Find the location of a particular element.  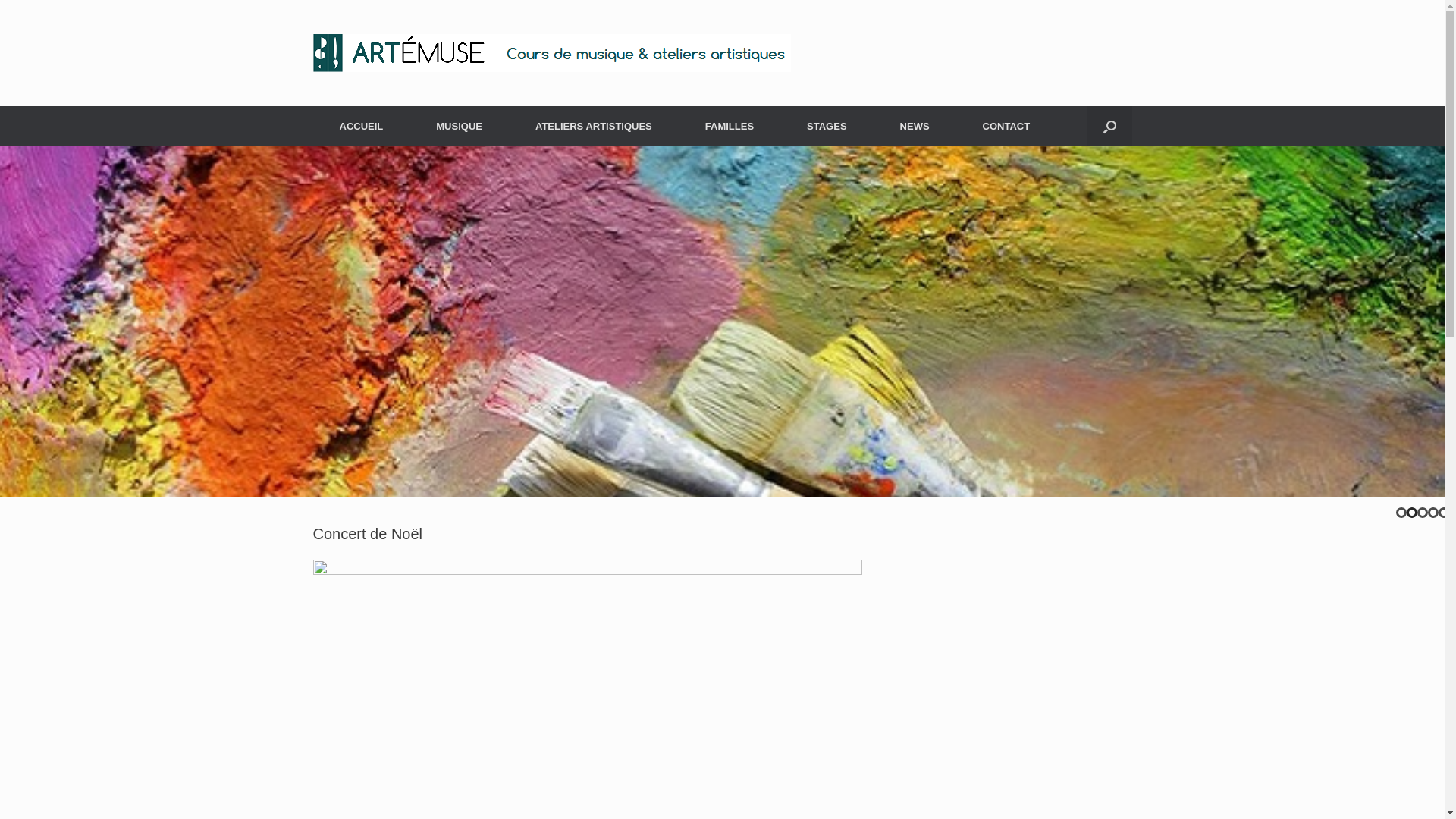

'ACCUEIL' is located at coordinates (359, 125).